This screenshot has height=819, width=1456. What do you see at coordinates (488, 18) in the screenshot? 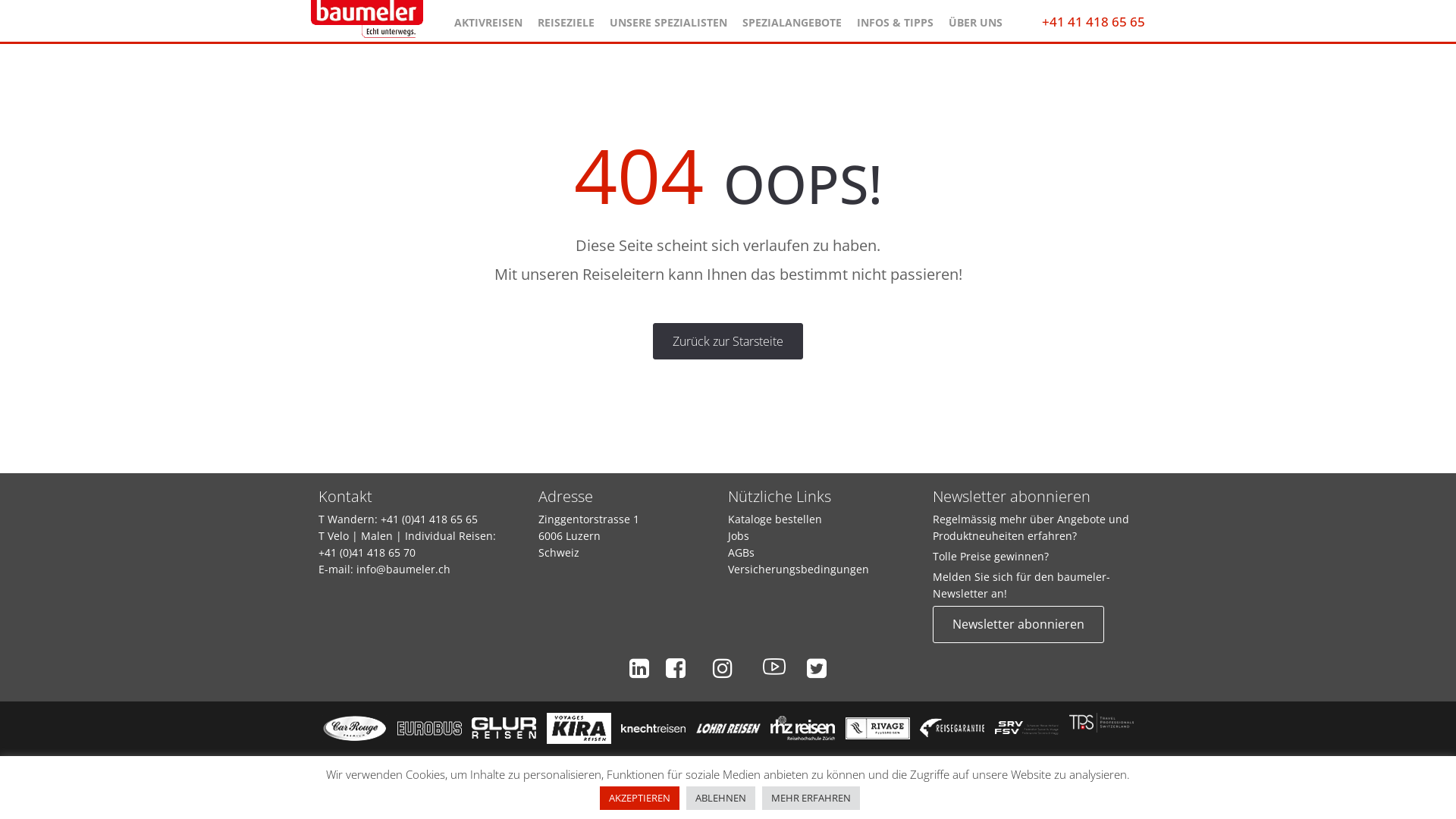
I see `'AKTIVREISEN'` at bounding box center [488, 18].